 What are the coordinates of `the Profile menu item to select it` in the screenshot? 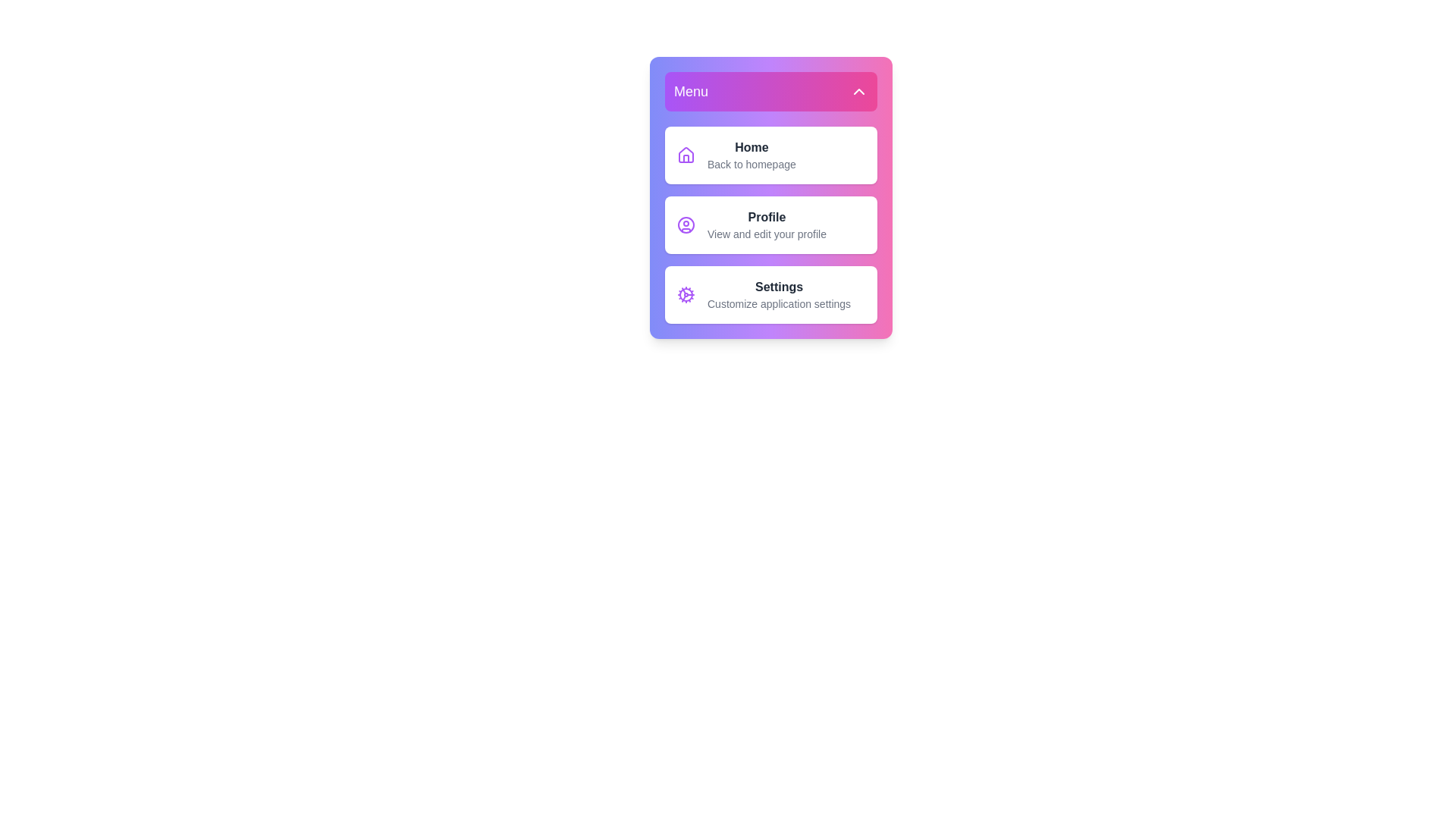 It's located at (771, 225).